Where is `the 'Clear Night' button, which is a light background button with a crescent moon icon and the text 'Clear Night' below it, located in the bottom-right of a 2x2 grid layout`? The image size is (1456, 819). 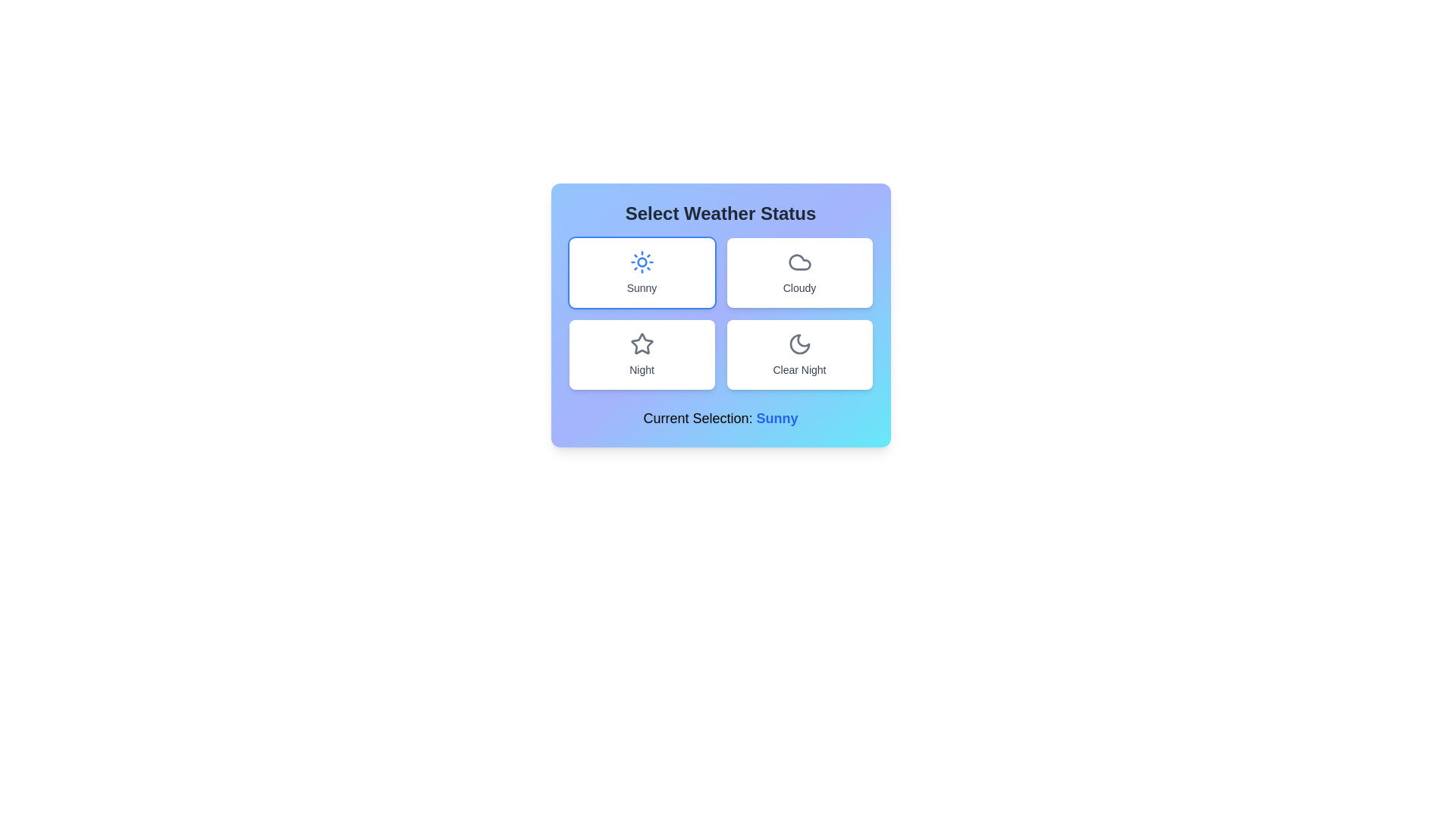 the 'Clear Night' button, which is a light background button with a crescent moon icon and the text 'Clear Night' below it, located in the bottom-right of a 2x2 grid layout is located at coordinates (799, 354).